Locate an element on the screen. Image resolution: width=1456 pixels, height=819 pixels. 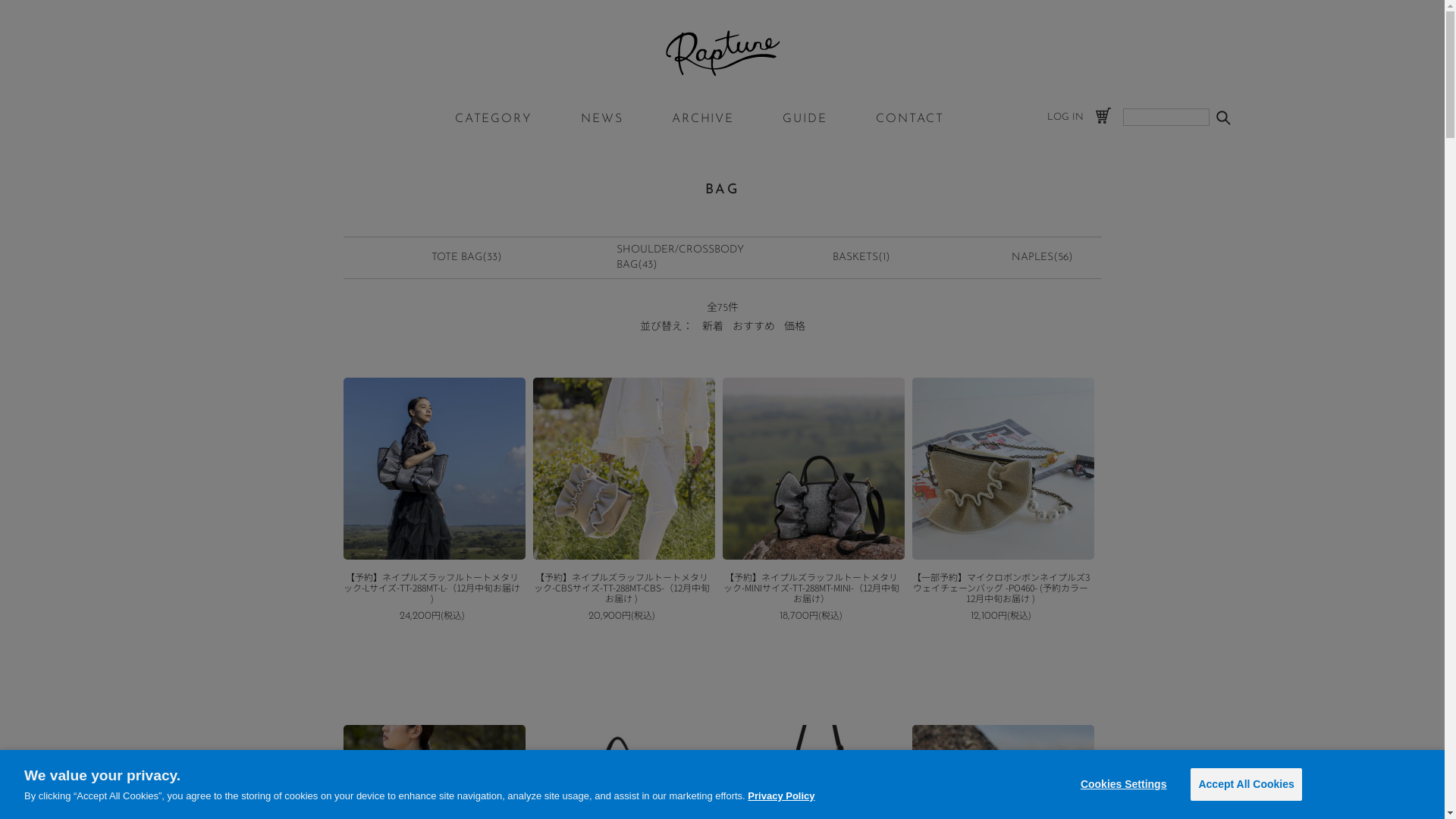
'LOG IN' is located at coordinates (1063, 116).